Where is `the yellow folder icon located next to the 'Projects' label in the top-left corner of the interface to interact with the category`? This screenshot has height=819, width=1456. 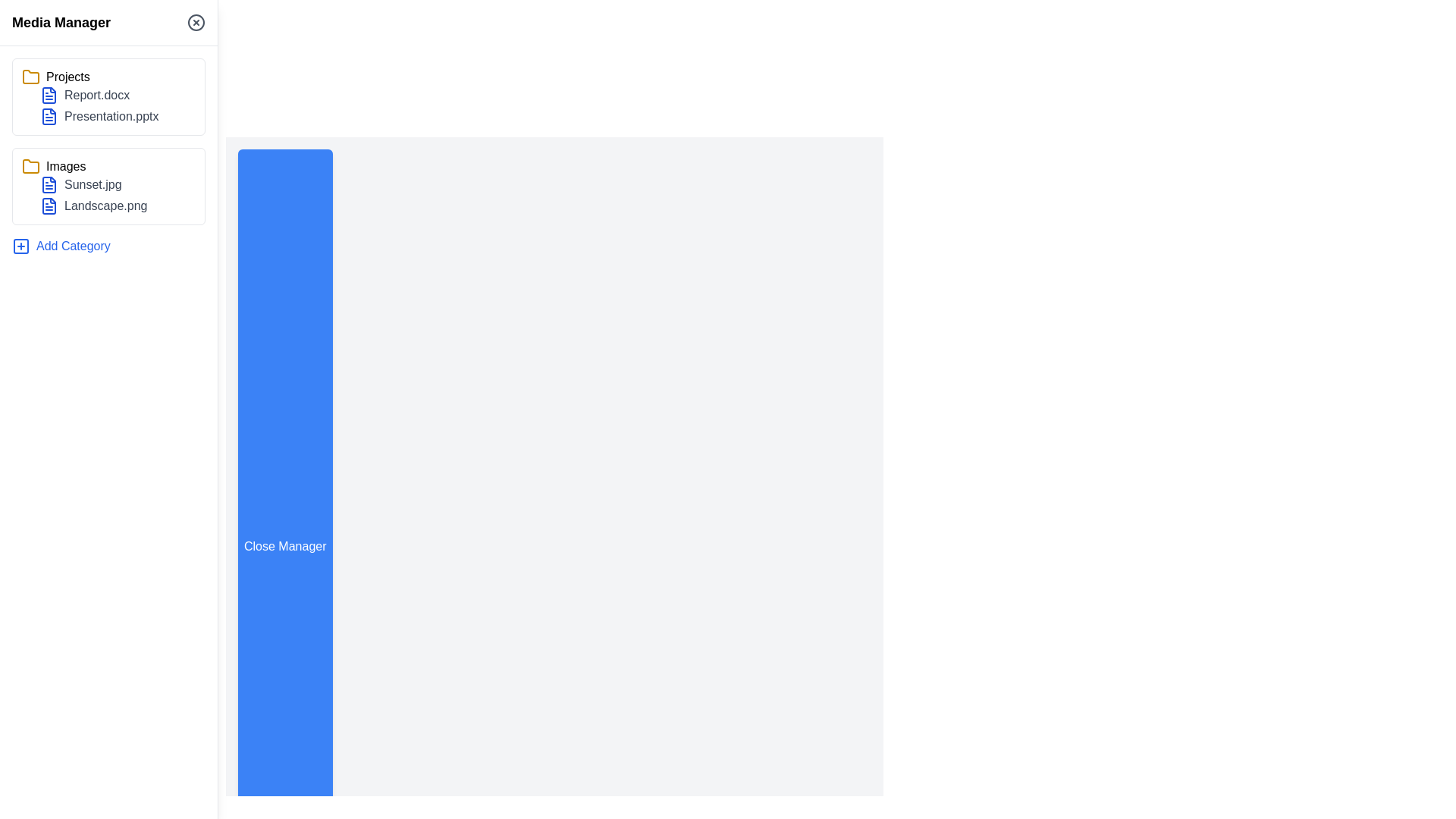
the yellow folder icon located next to the 'Projects' label in the top-left corner of the interface to interact with the category is located at coordinates (31, 77).